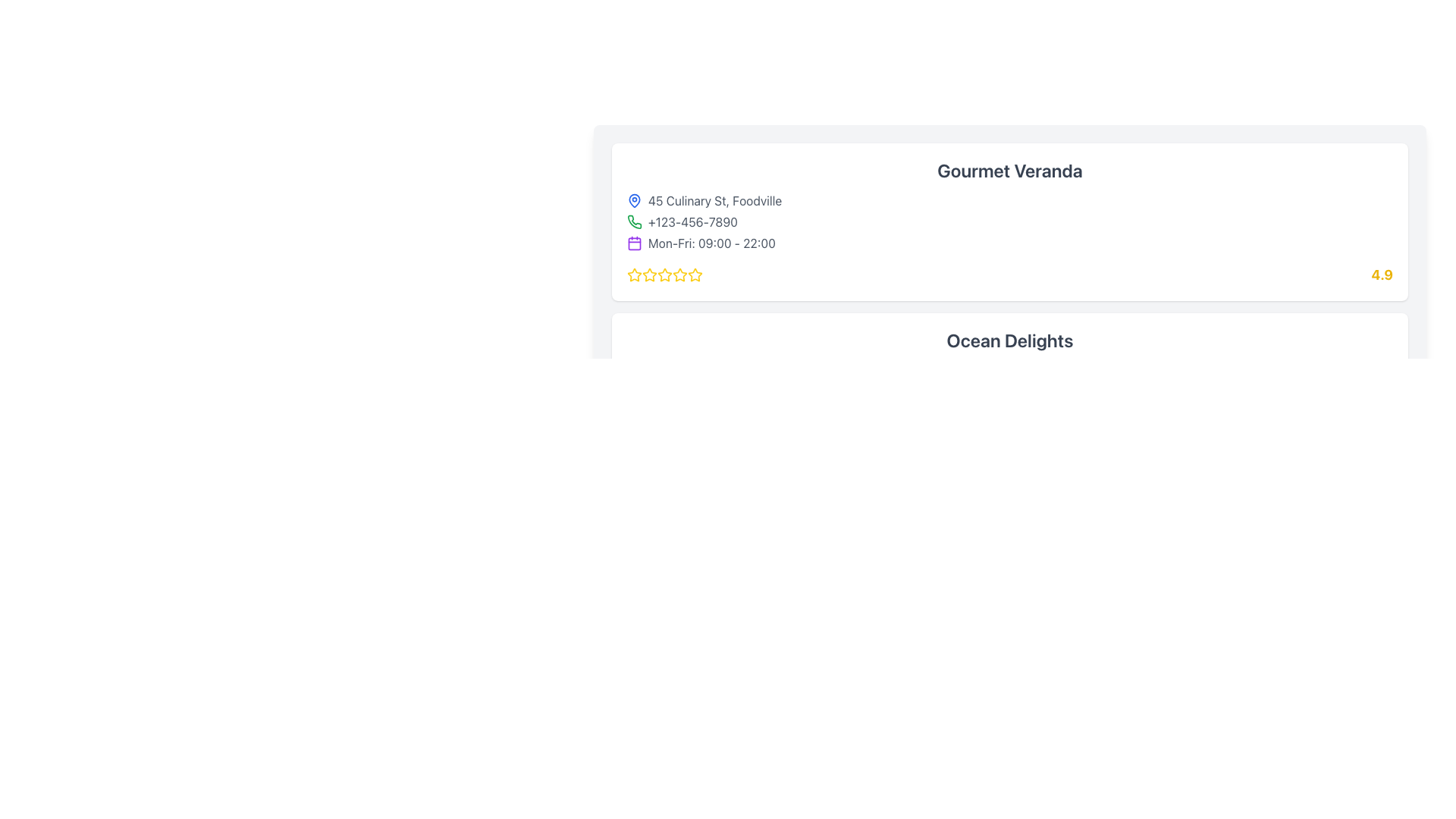 Image resolution: width=1456 pixels, height=819 pixels. What do you see at coordinates (665, 275) in the screenshot?
I see `the visual state of the third star-shaped rating icon, which is styled with a yellow fill and located in the 'Rating' section of the business card for 'Gourmet Veranda'` at bounding box center [665, 275].